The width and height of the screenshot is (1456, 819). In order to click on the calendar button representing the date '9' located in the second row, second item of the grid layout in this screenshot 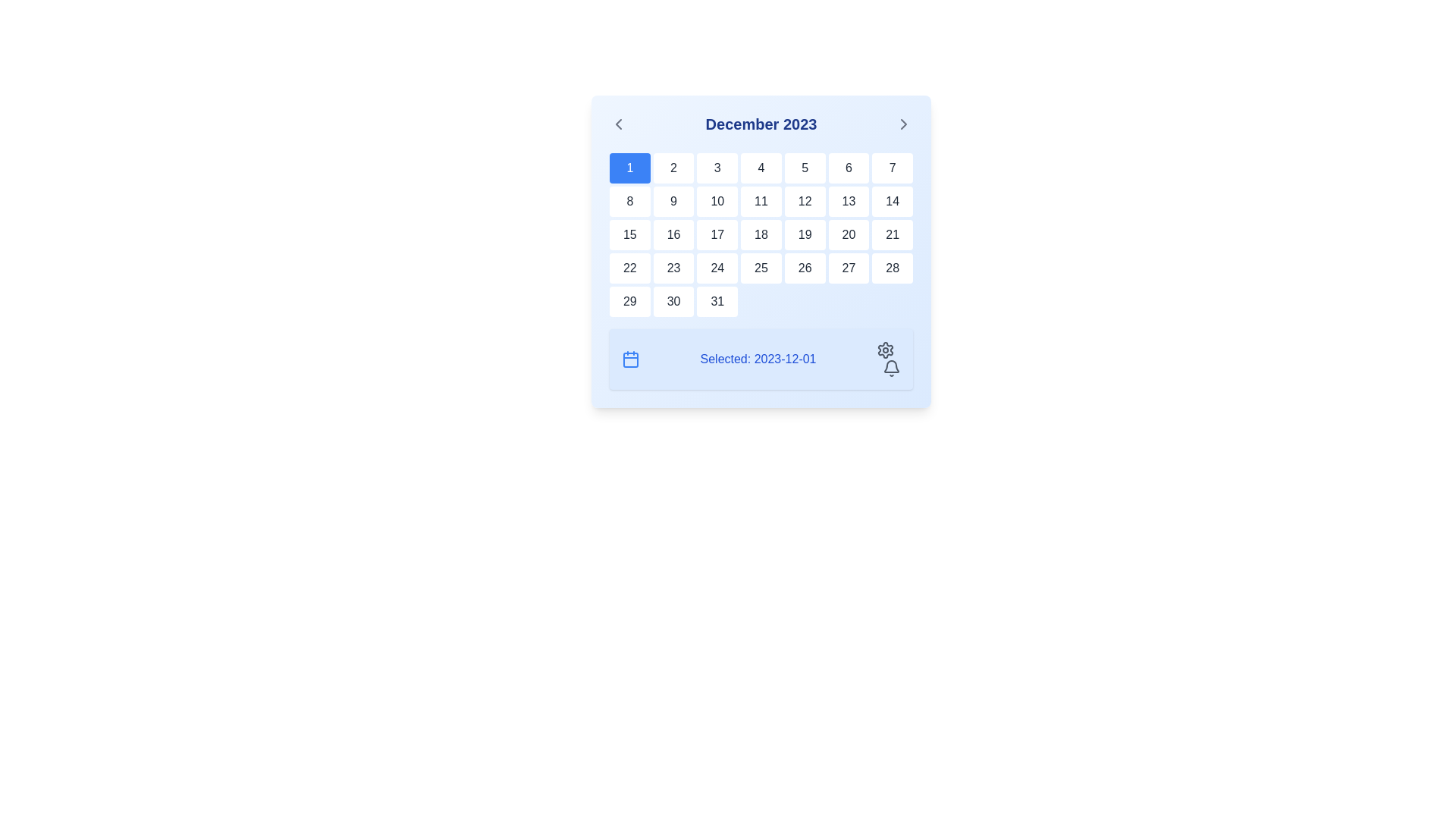, I will do `click(673, 201)`.